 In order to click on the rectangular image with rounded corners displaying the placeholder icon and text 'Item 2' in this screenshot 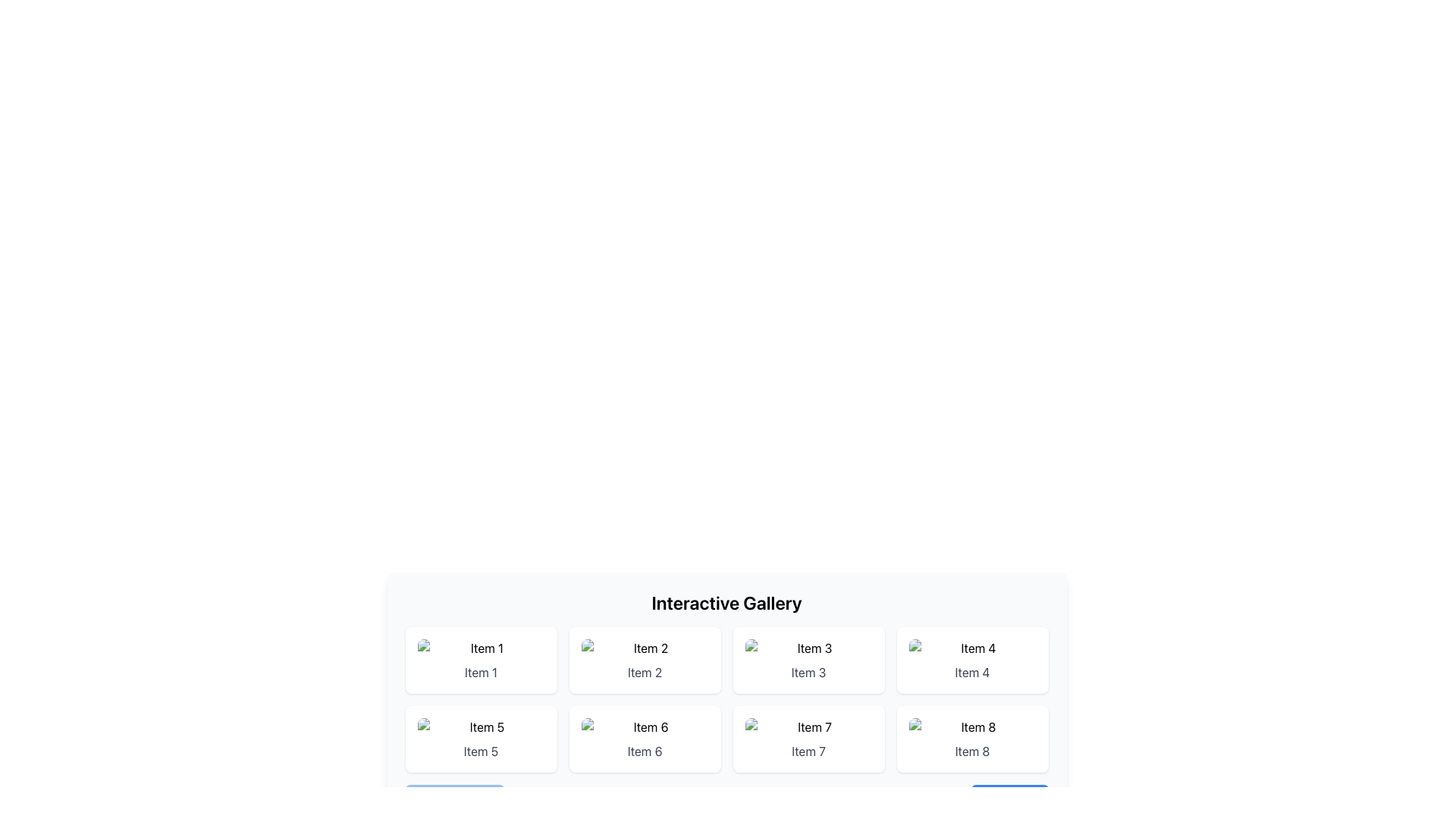, I will do `click(645, 648)`.